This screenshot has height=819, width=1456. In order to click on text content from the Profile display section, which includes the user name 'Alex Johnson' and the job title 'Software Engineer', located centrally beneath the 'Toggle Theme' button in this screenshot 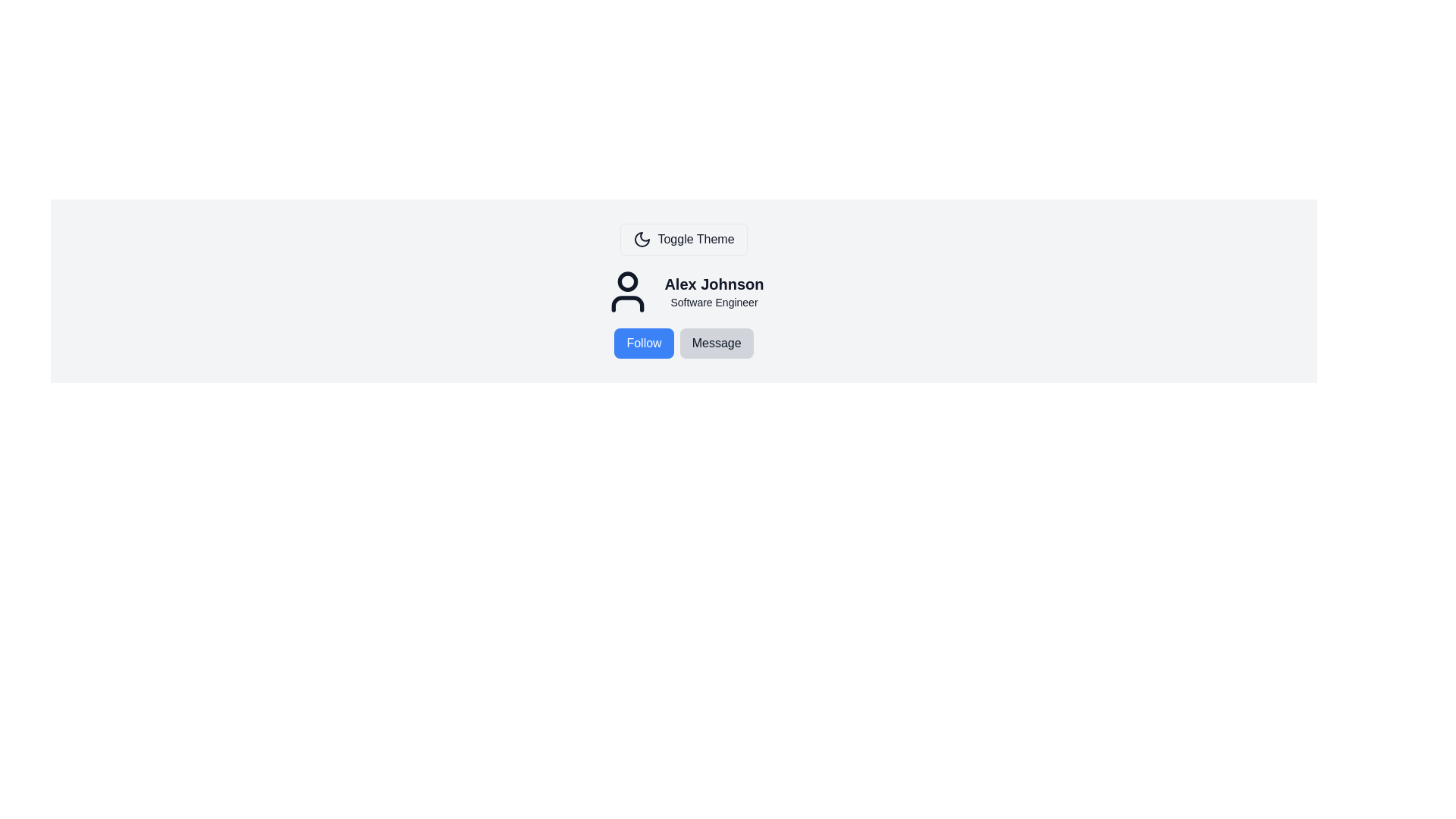, I will do `click(683, 292)`.